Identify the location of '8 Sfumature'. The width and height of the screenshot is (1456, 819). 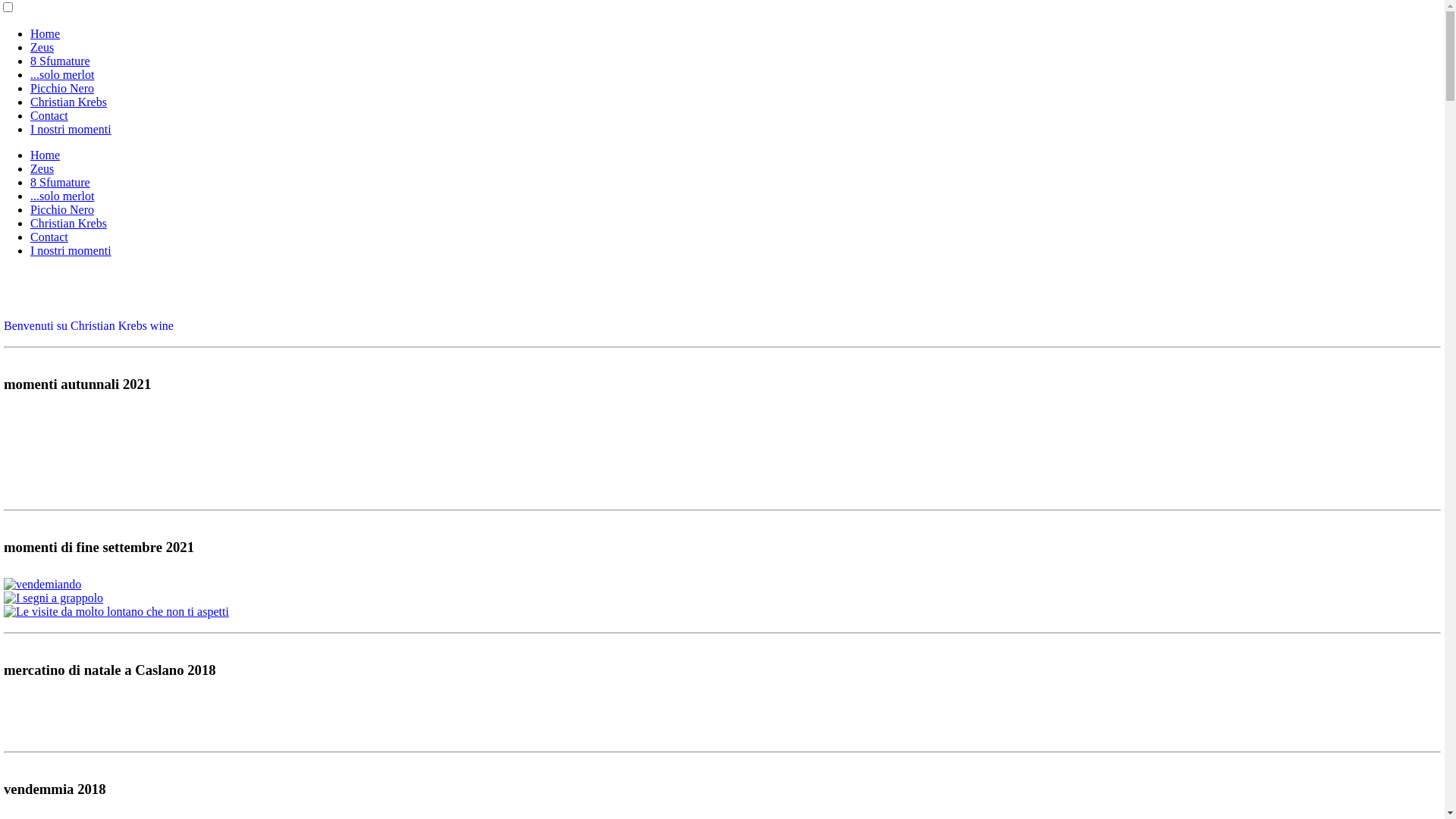
(30, 181).